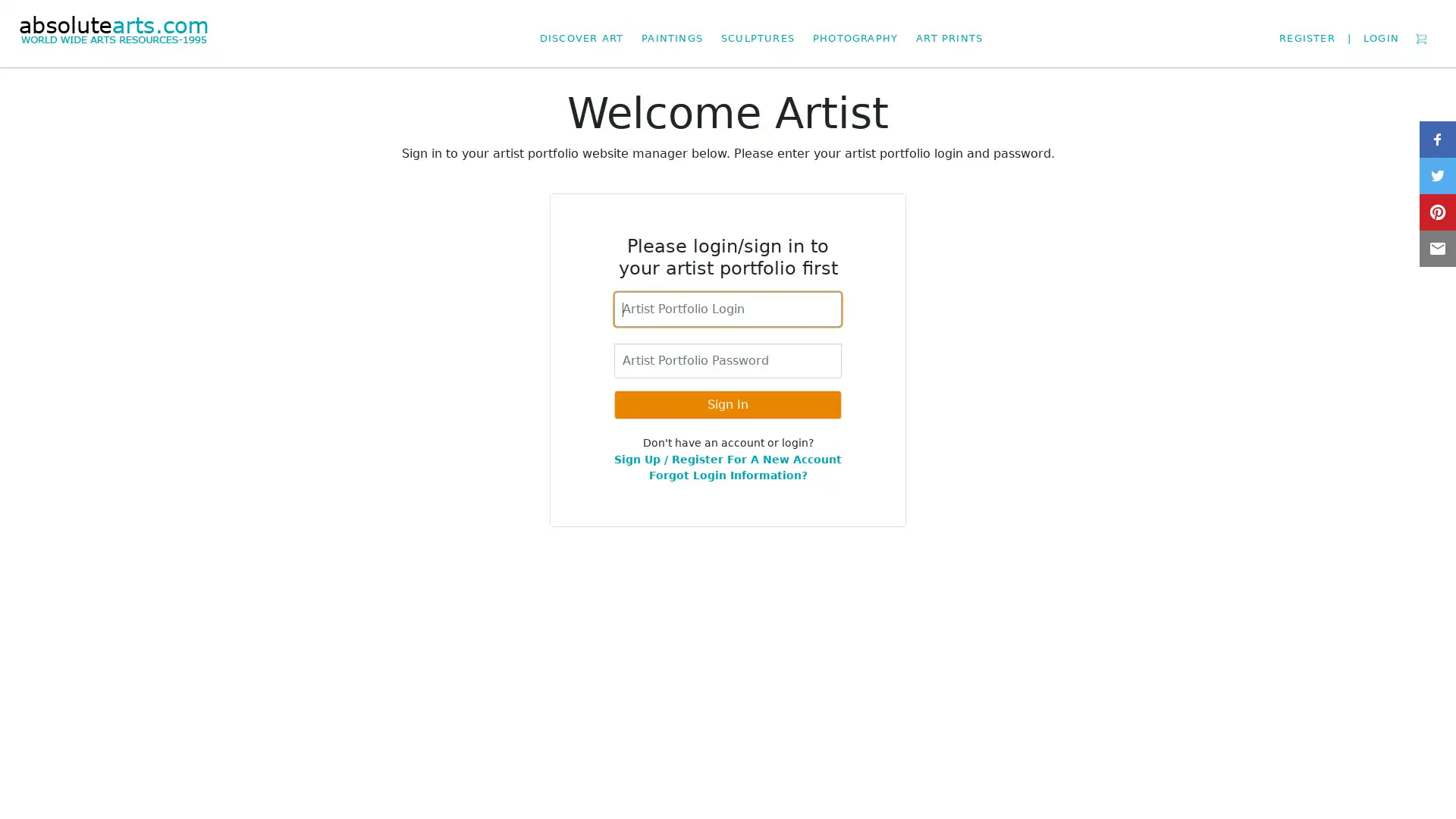 This screenshot has width=1456, height=819. I want to click on Sign In, so click(728, 403).